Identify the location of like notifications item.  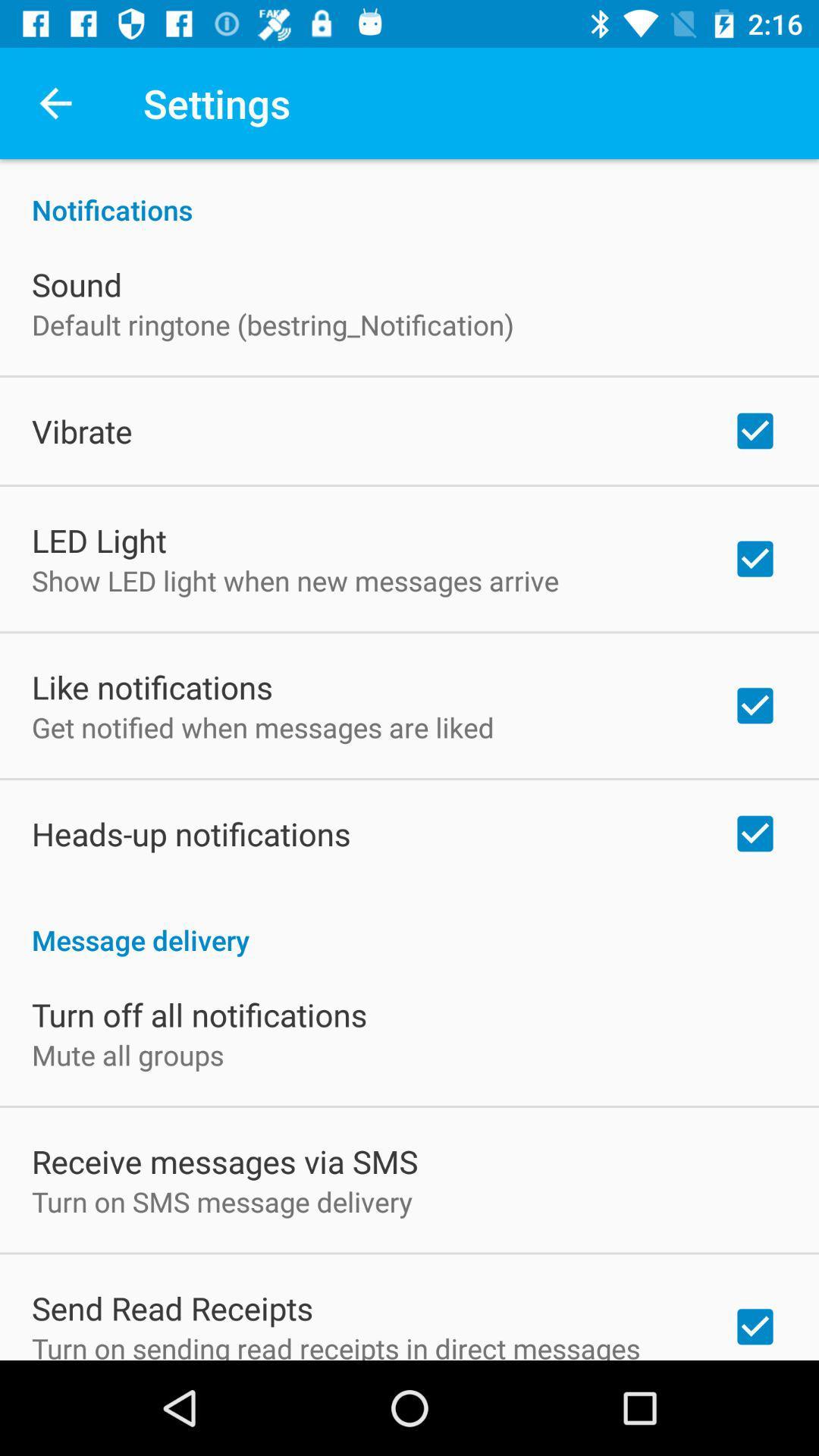
(152, 686).